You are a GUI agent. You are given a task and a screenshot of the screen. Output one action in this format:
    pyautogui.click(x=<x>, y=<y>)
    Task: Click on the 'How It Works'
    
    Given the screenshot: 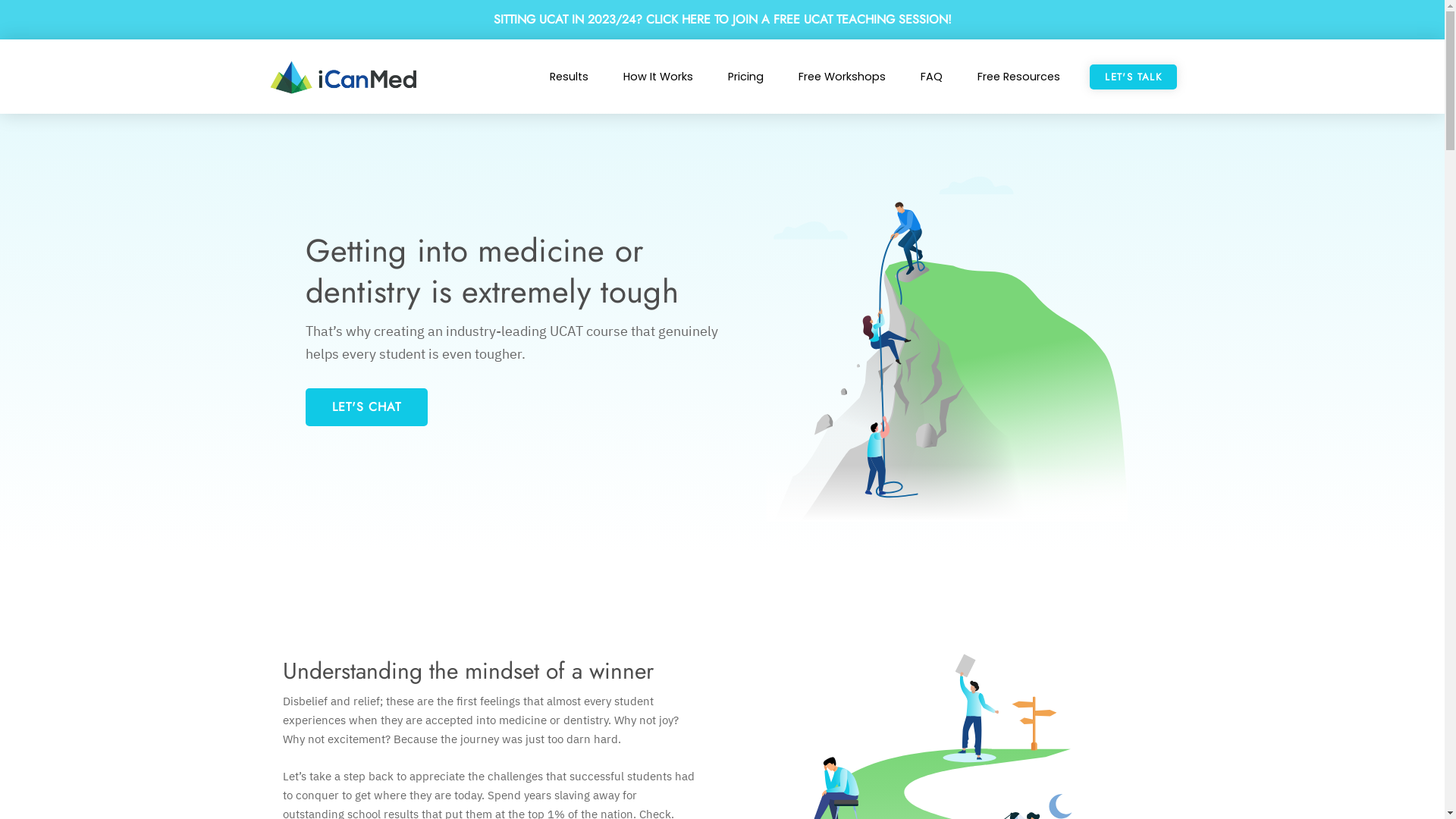 What is the action you would take?
    pyautogui.click(x=658, y=76)
    